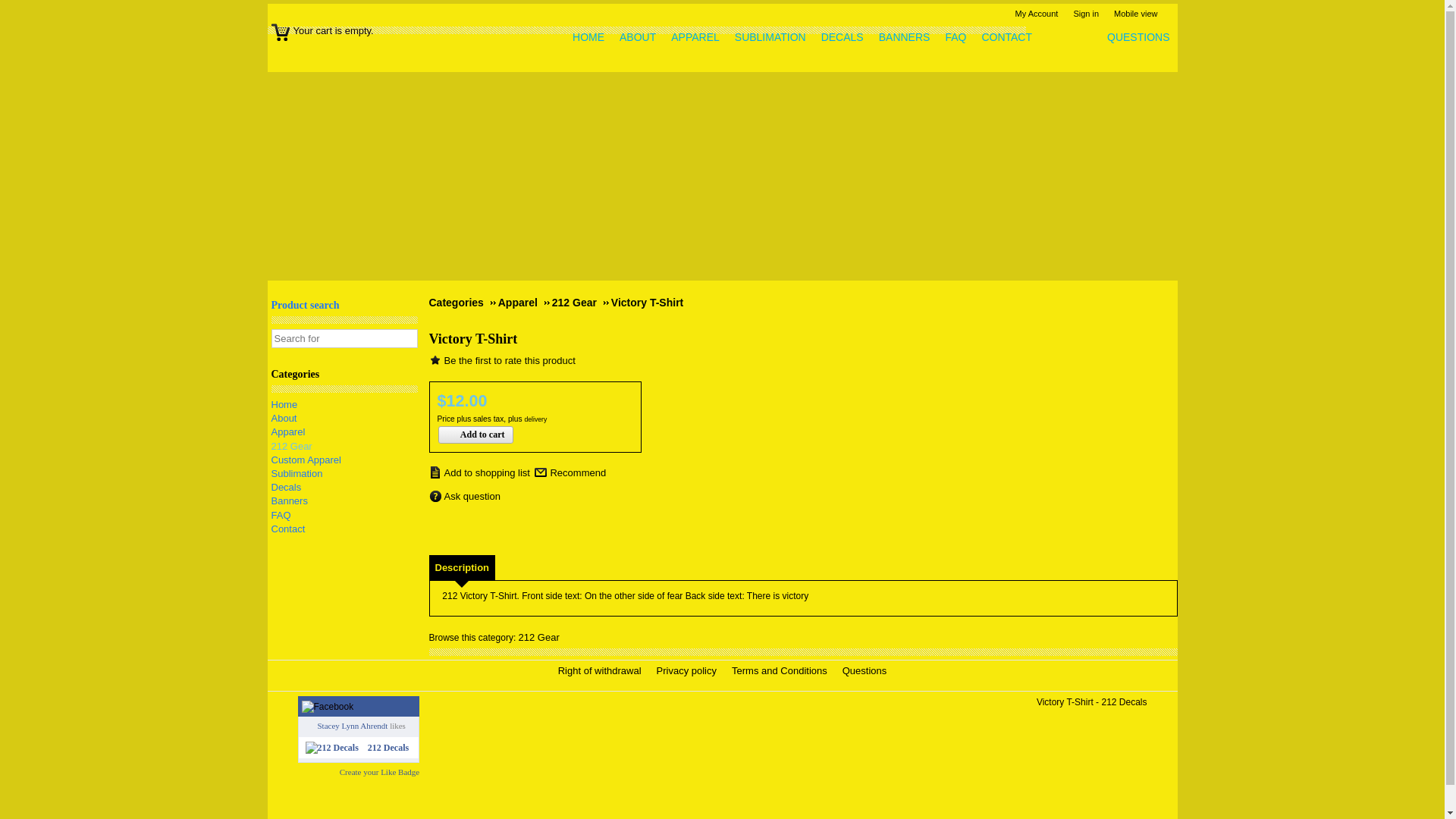 This screenshot has height=819, width=1456. What do you see at coordinates (351, 724) in the screenshot?
I see `'Stacey Lynn Ahrendt'` at bounding box center [351, 724].